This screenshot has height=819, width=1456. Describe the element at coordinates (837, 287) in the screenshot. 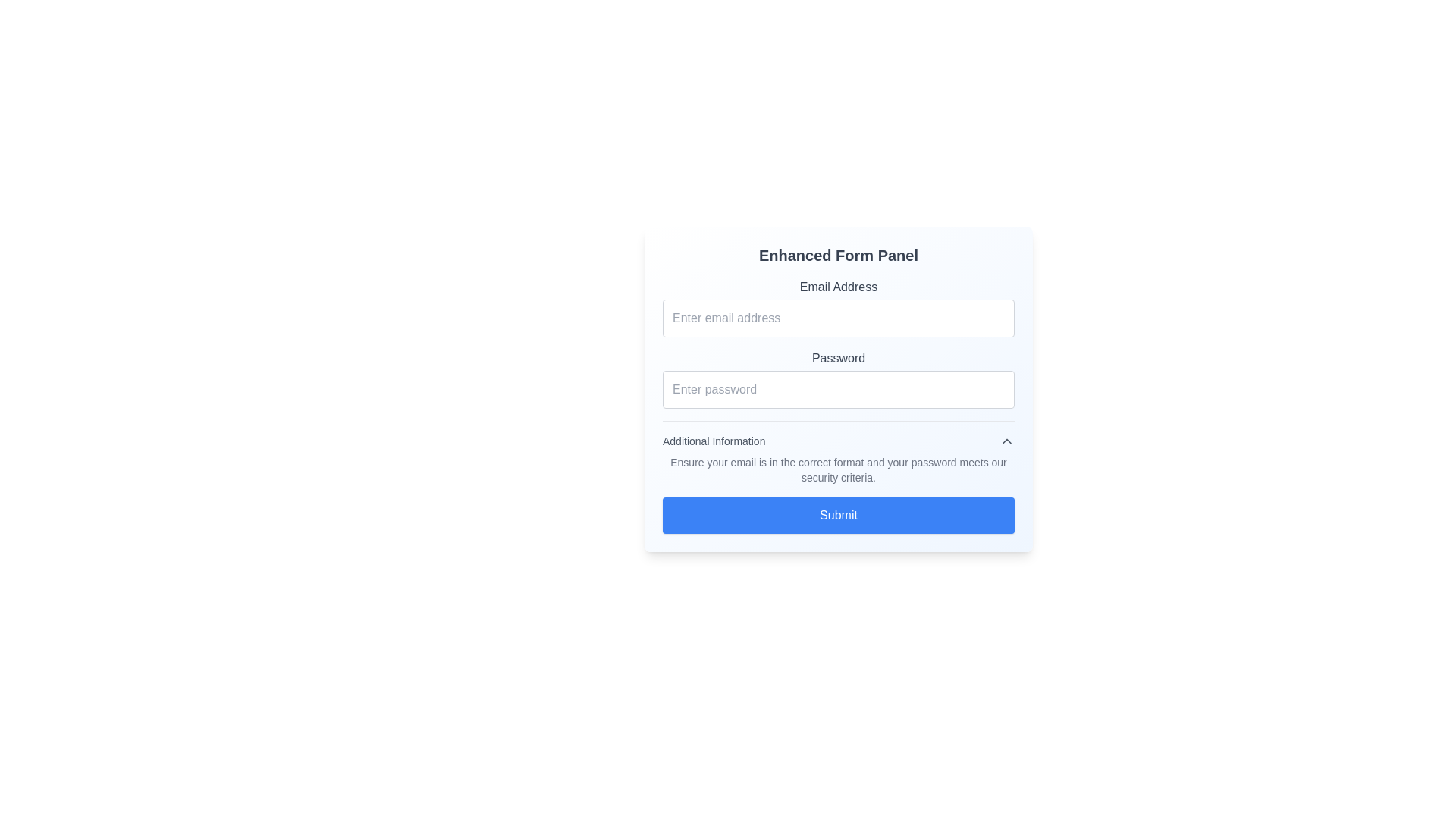

I see `the 'Email Address' text label, which is displayed in a gray color above the input field for entering email addresses` at that location.